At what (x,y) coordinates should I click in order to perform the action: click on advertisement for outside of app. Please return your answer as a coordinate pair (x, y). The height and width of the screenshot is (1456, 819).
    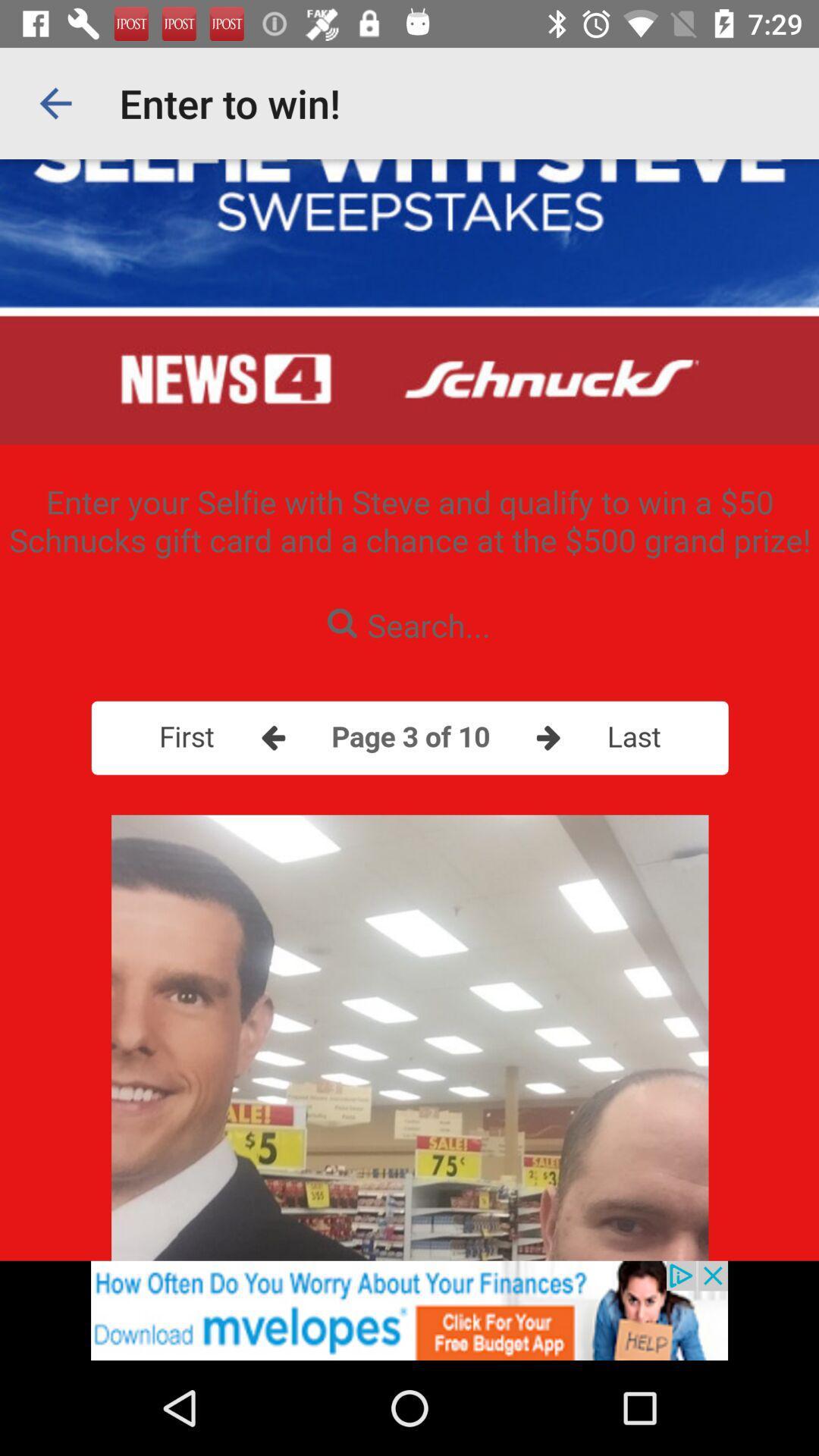
    Looking at the image, I should click on (409, 1310).